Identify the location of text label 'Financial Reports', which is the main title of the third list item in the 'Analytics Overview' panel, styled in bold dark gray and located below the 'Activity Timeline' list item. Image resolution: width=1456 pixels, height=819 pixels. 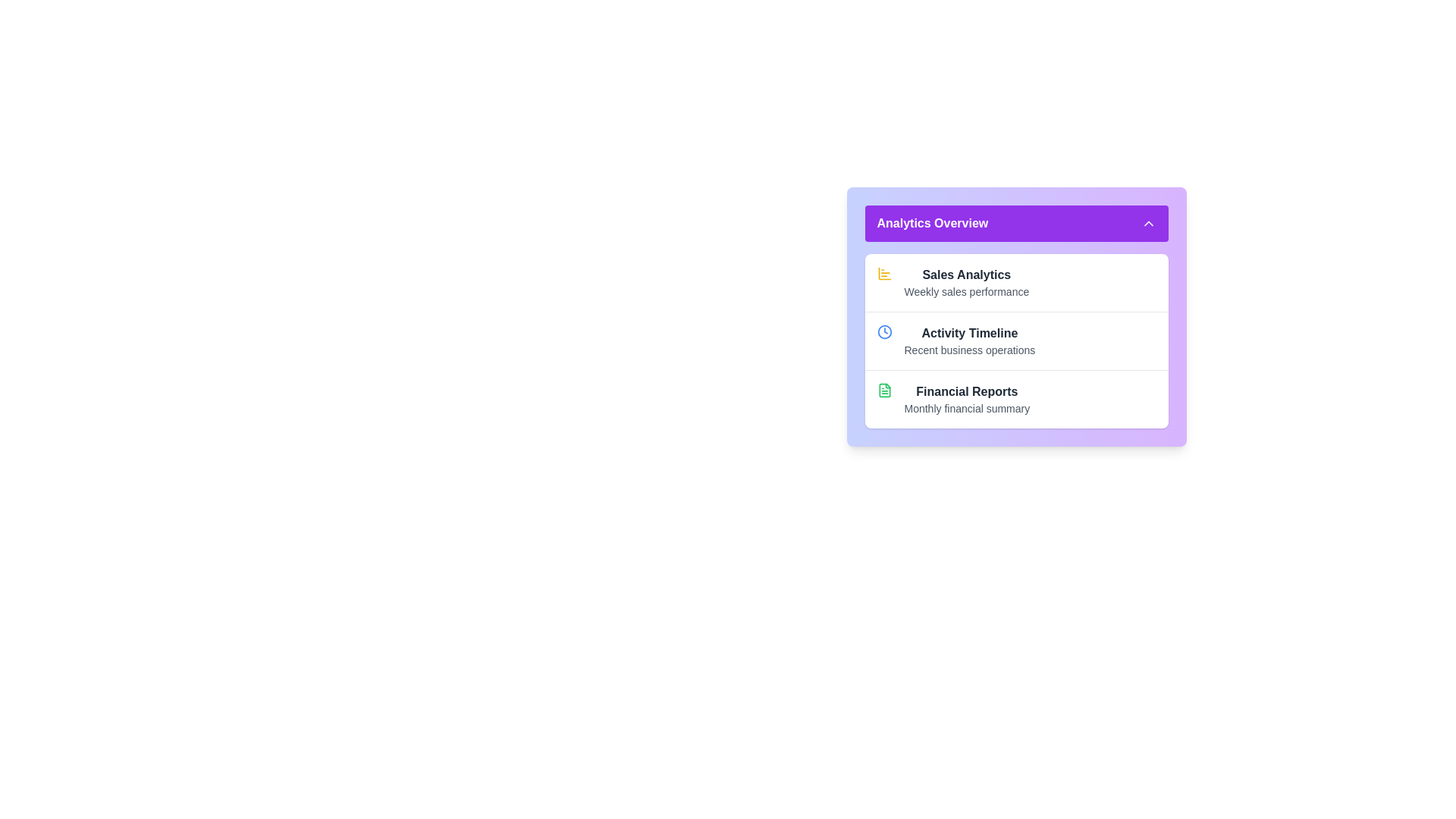
(966, 391).